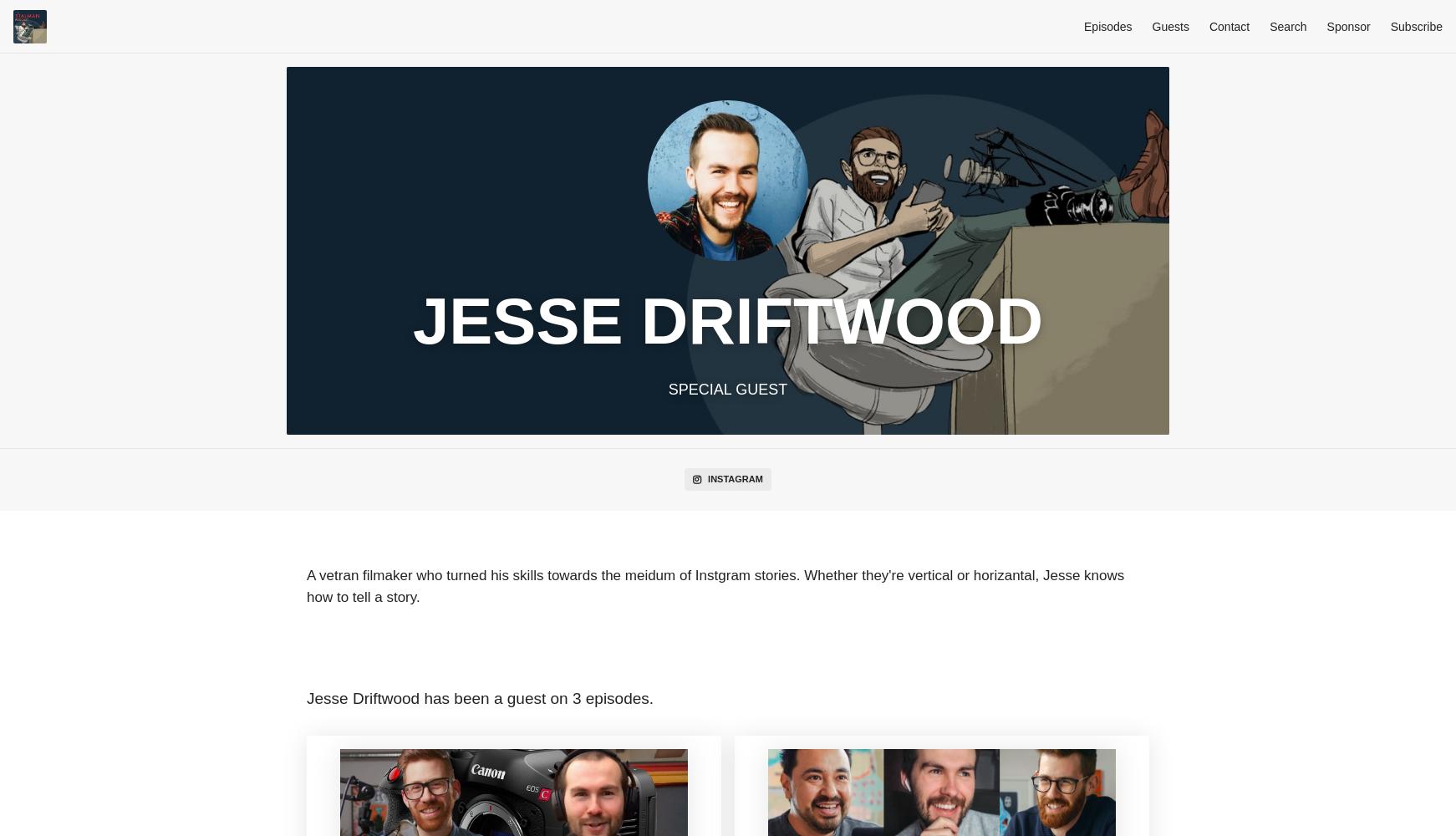  What do you see at coordinates (734, 478) in the screenshot?
I see `'Instagram'` at bounding box center [734, 478].